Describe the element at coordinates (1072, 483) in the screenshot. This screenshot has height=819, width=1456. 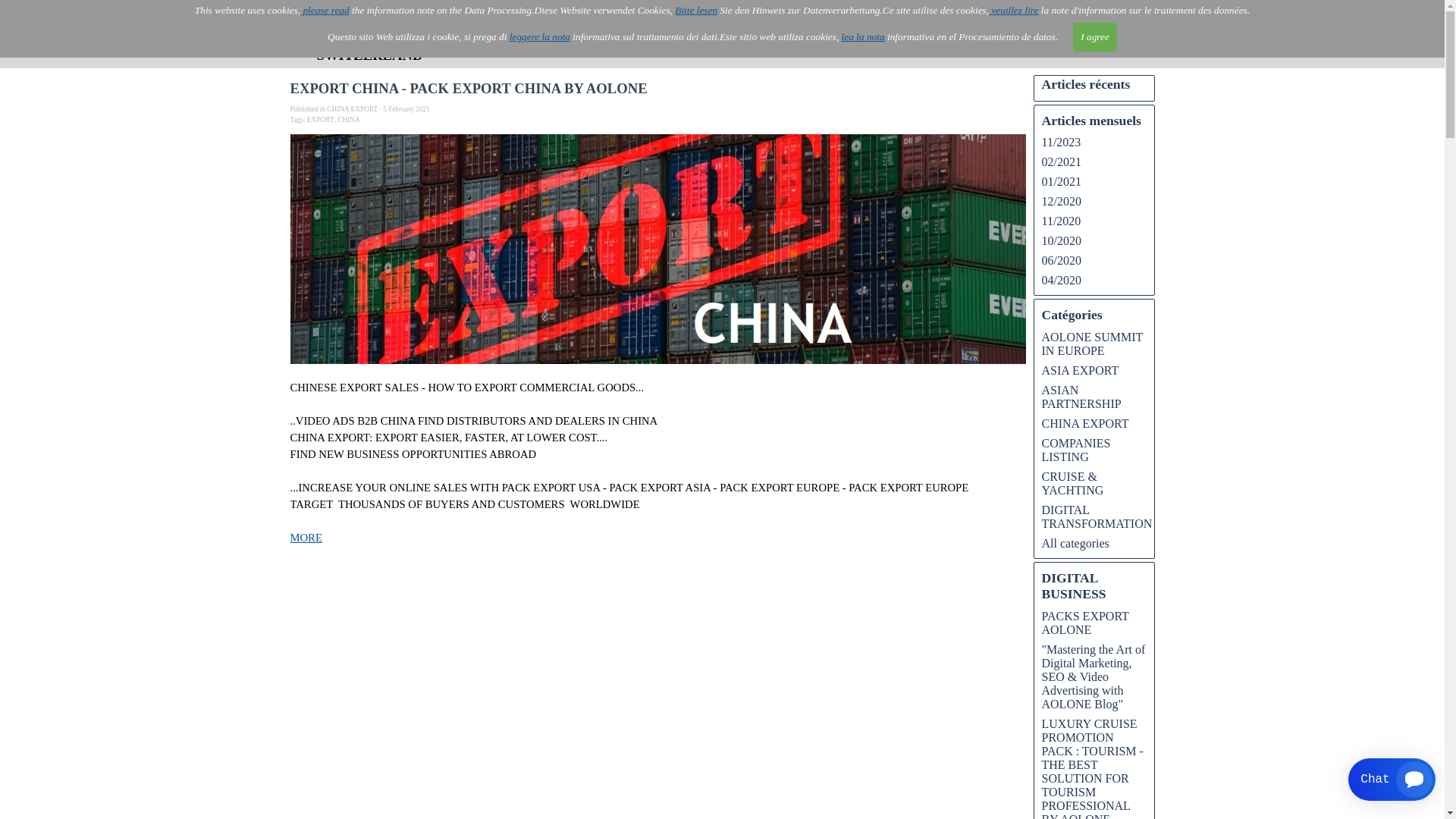
I see `'CRUISE & YACHTING'` at that location.